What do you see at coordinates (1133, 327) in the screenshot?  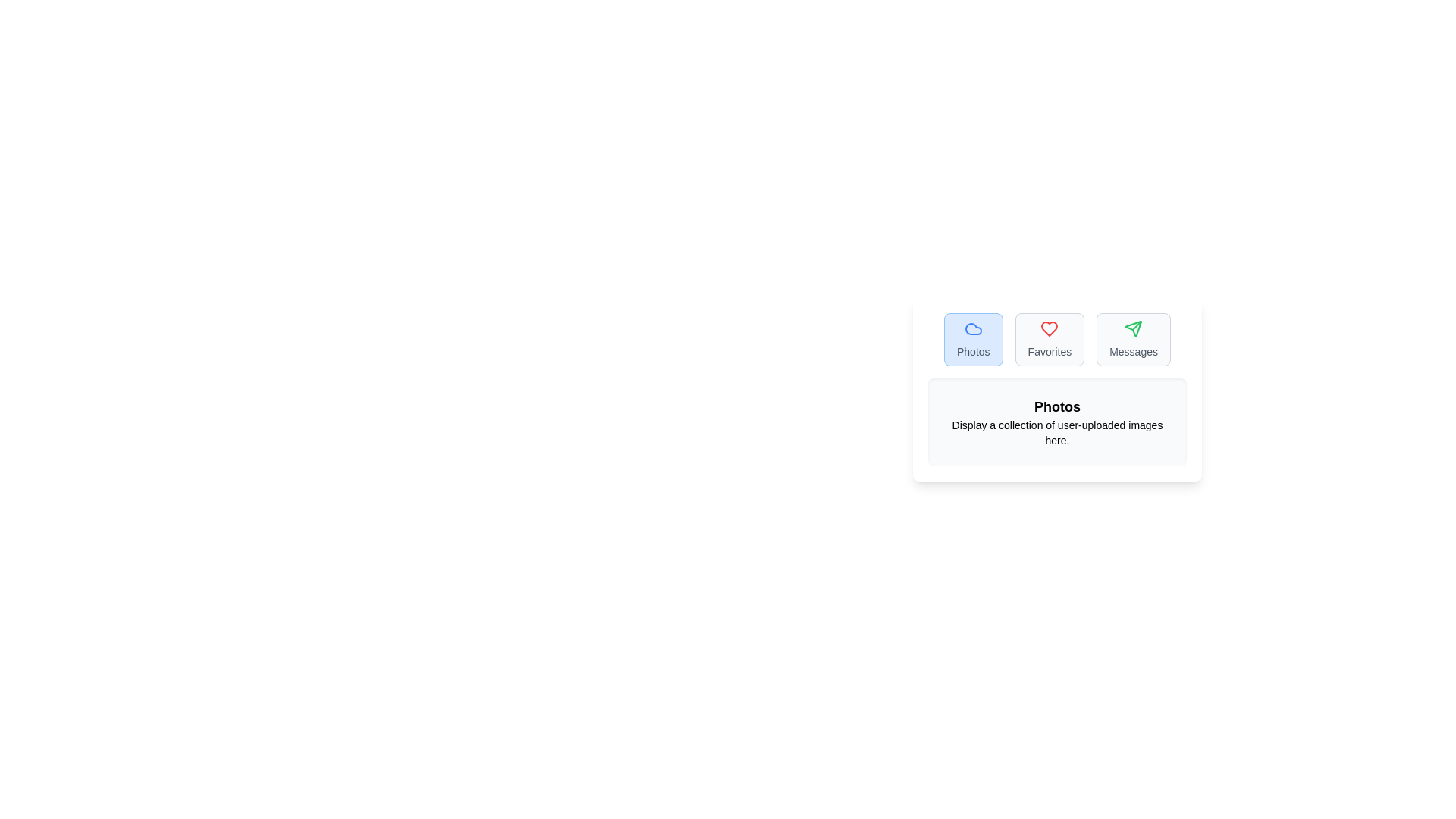 I see `the green outlined paper airplane icon located in the 'Messages' section for action functionality` at bounding box center [1133, 327].